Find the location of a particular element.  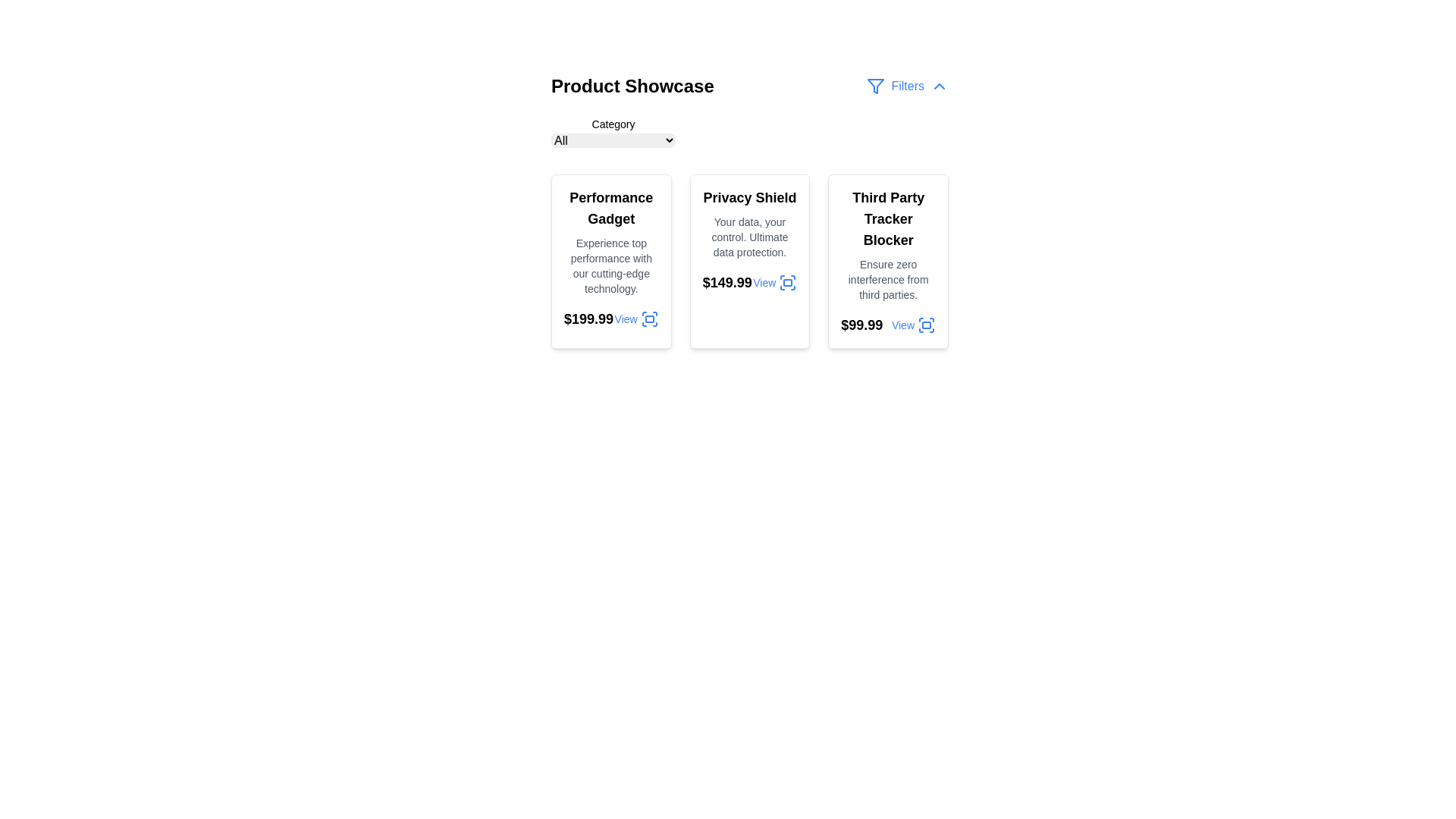

the text label that provides contextual information for the dropdown menu labeled 'All', located at the top-center of the interface, beneath 'Product Showcase' is located at coordinates (613, 124).